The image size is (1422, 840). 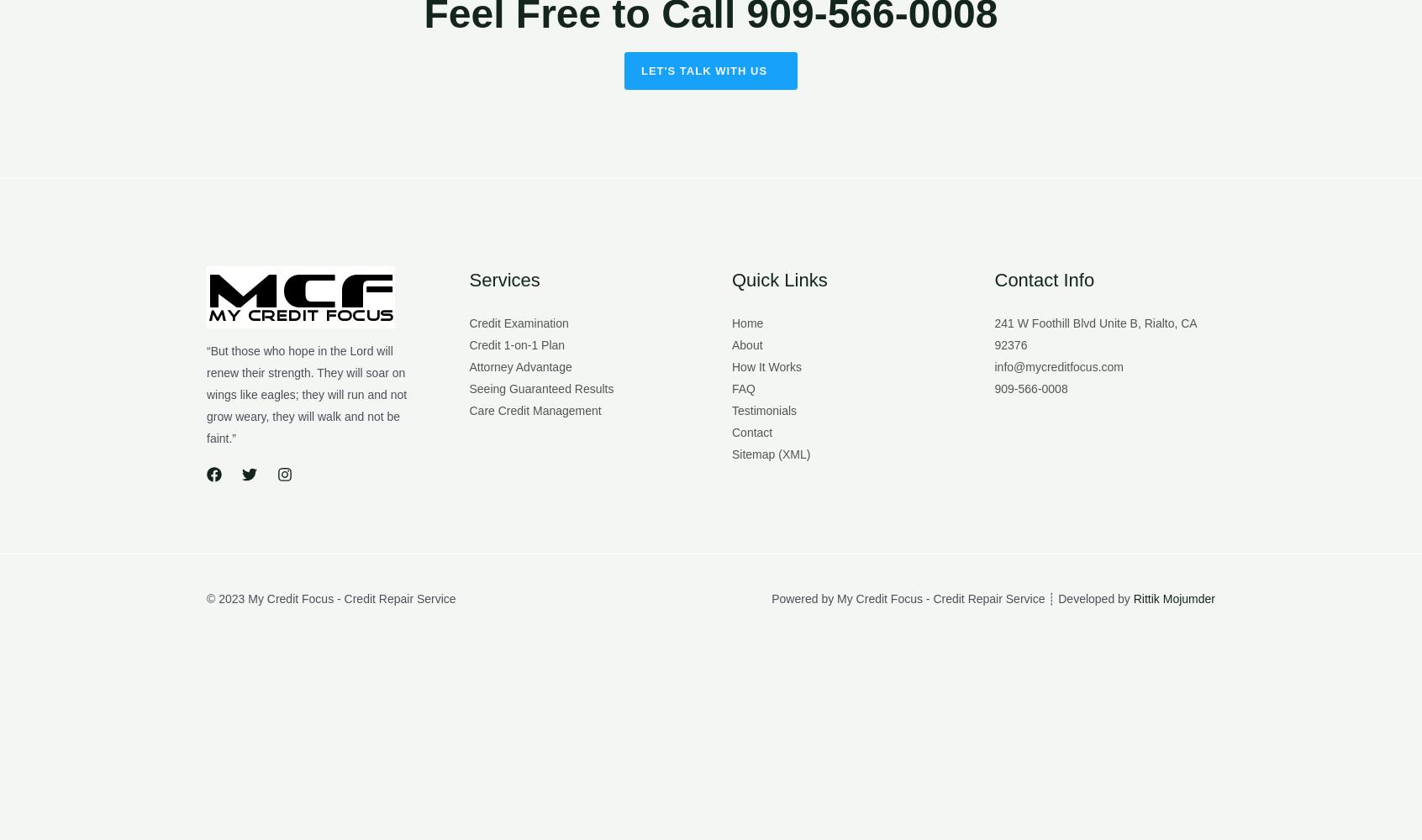 What do you see at coordinates (1094, 333) in the screenshot?
I see `'241 W Foothill Blvd Unite B, Rialto, CA 92376'` at bounding box center [1094, 333].